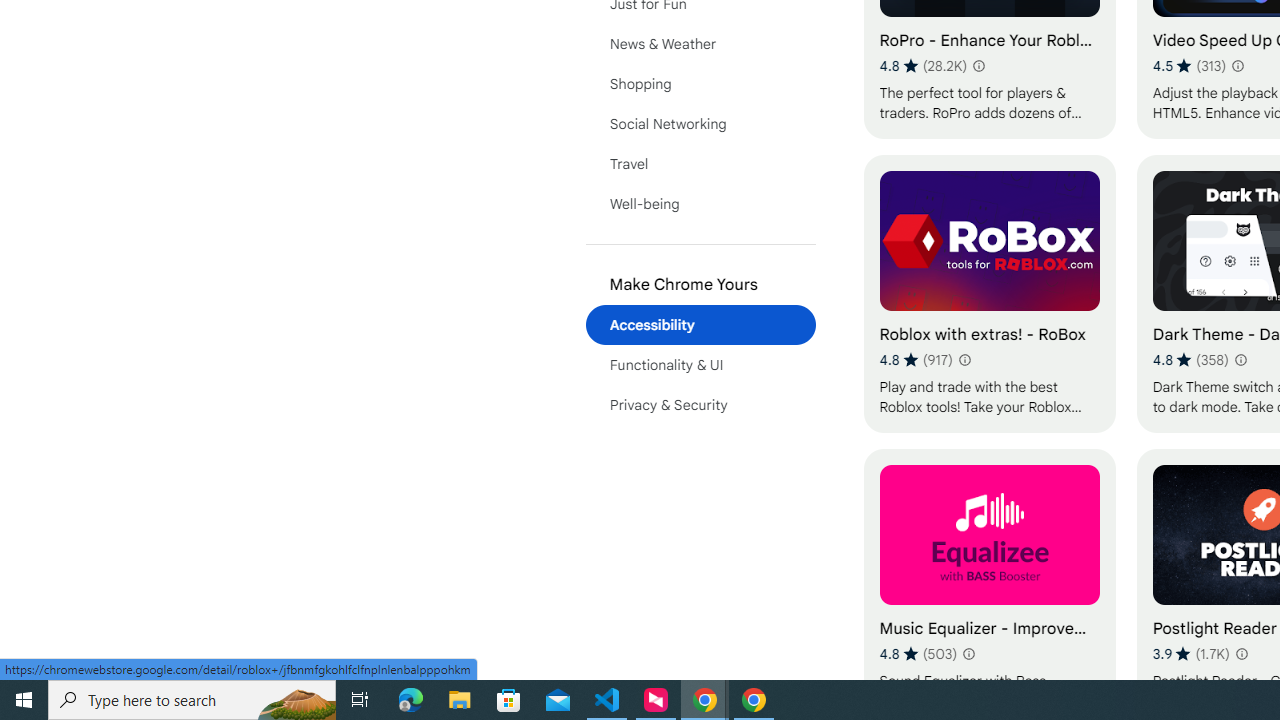  I want to click on 'Privacy & Security', so click(700, 405).